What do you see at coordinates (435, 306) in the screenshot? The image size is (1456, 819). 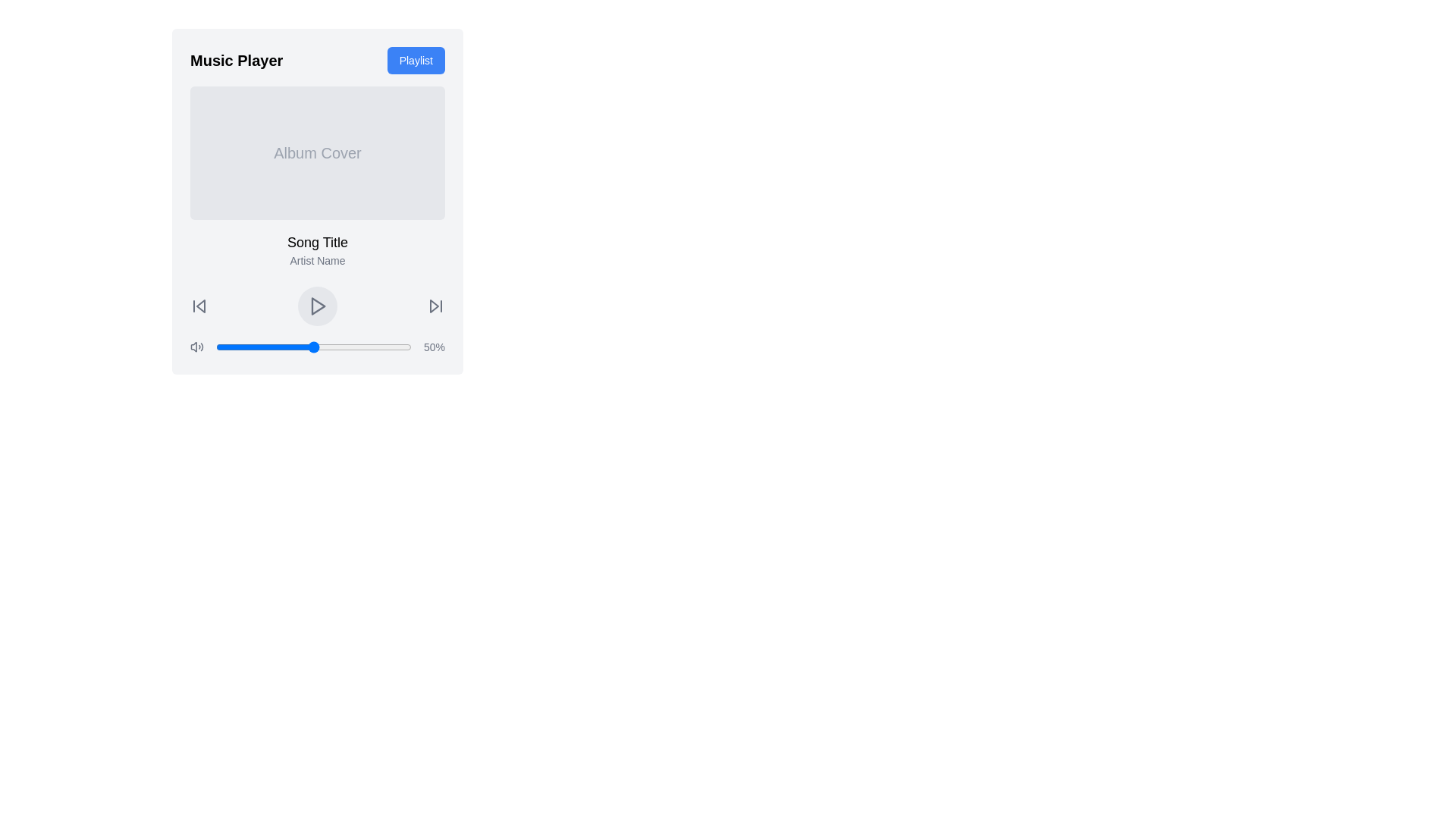 I see `the skip-forward button located` at bounding box center [435, 306].